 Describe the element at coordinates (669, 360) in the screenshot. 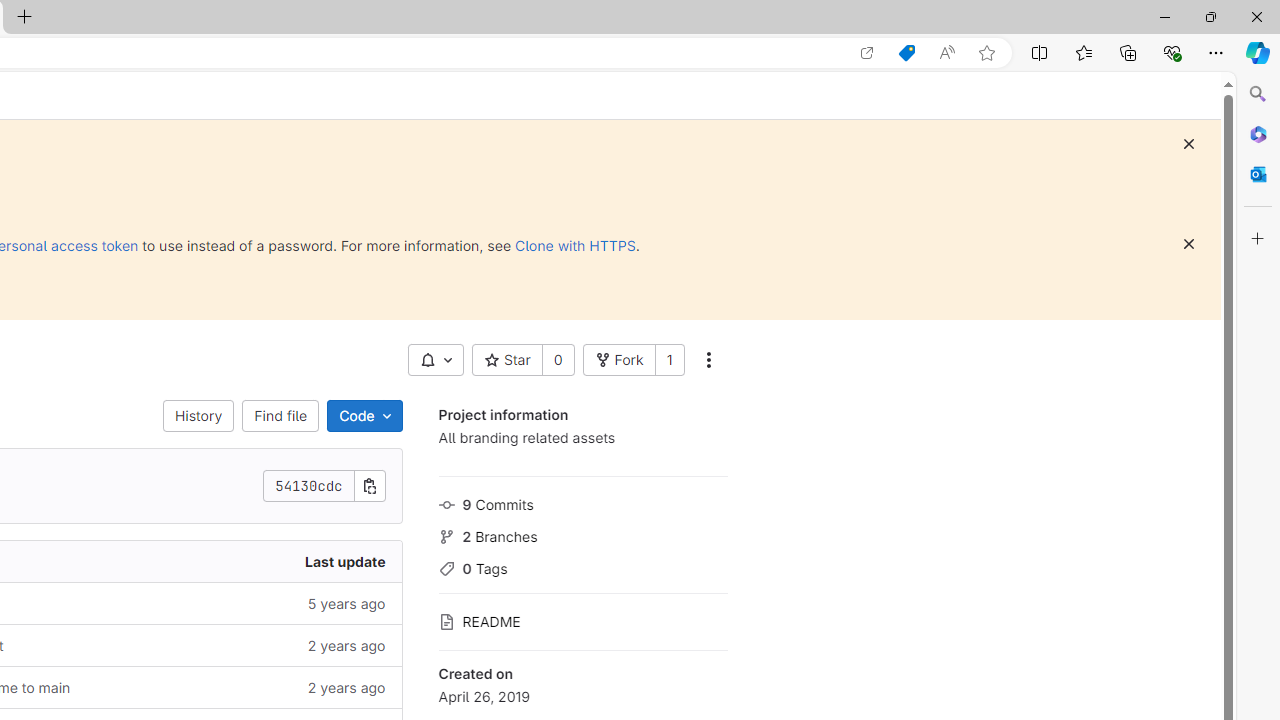

I see `'1'` at that location.